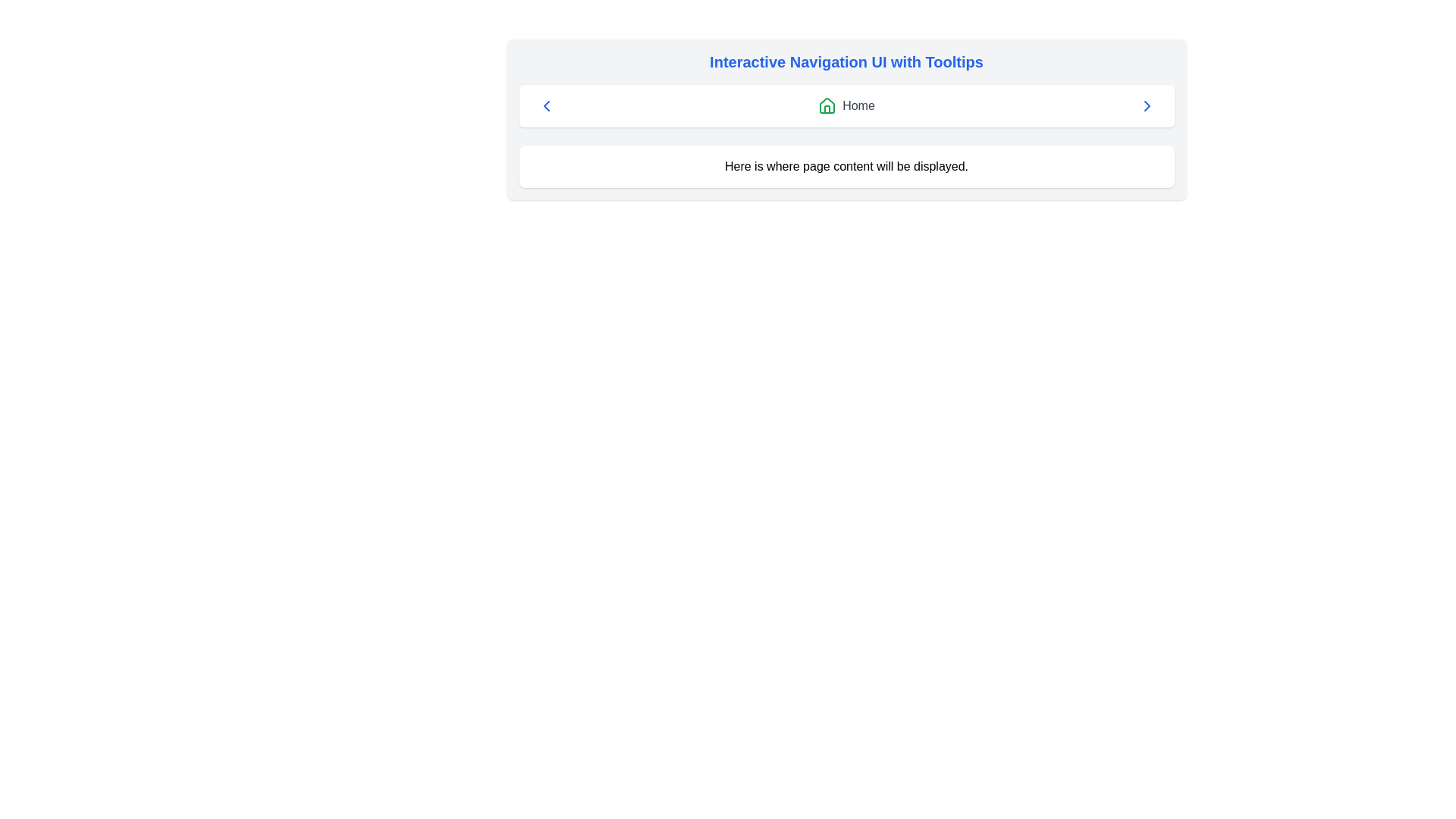 This screenshot has width=1456, height=819. I want to click on the blue right arrow icon within the 'Next' button, so click(1147, 105).